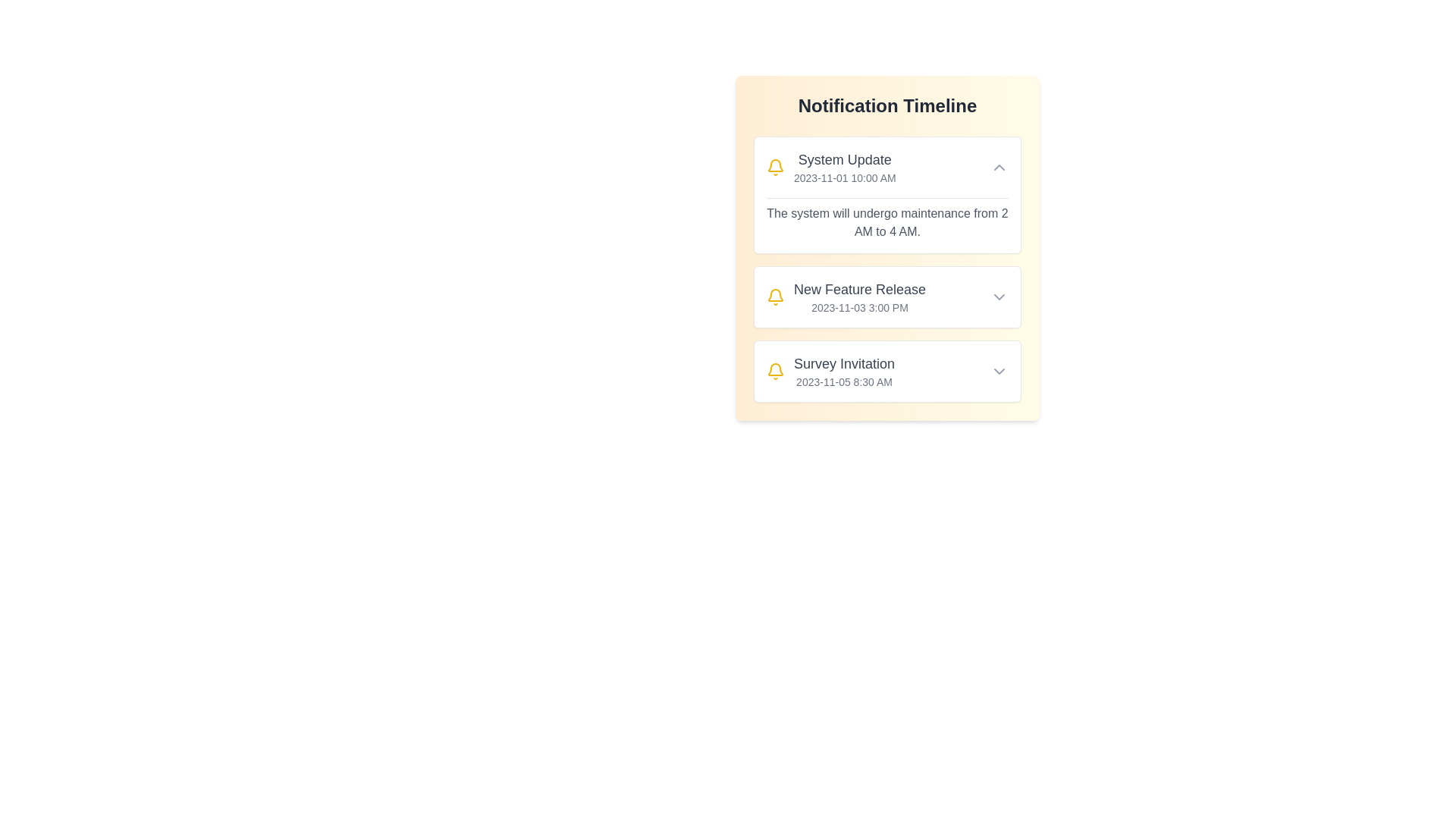 The width and height of the screenshot is (1456, 819). What do you see at coordinates (887, 371) in the screenshot?
I see `the notification entry for the survey invitation scheduled for '2023-11-05 8:30 AM'` at bounding box center [887, 371].